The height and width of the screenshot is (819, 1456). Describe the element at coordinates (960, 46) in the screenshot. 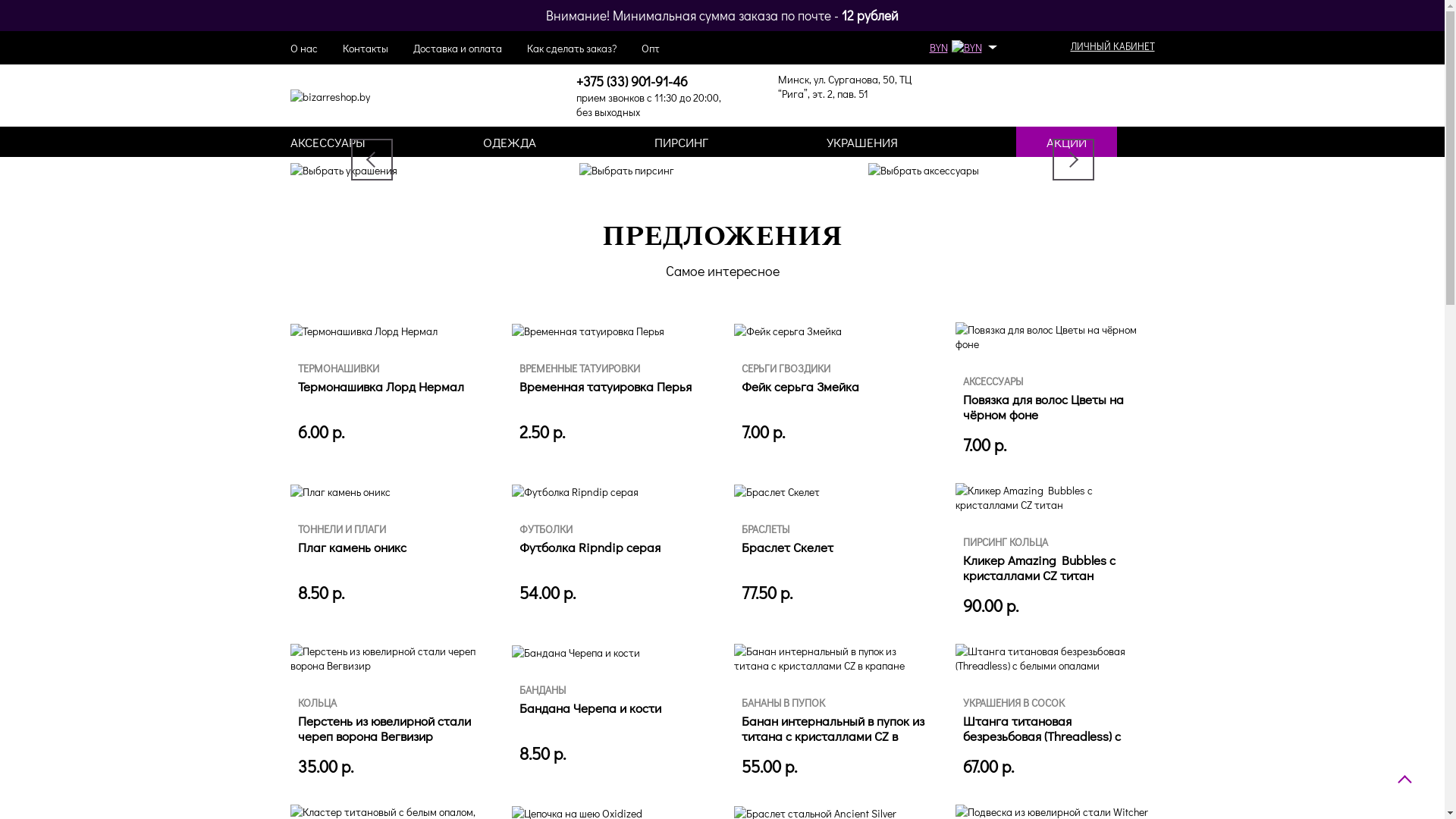

I see `'BYN'` at that location.